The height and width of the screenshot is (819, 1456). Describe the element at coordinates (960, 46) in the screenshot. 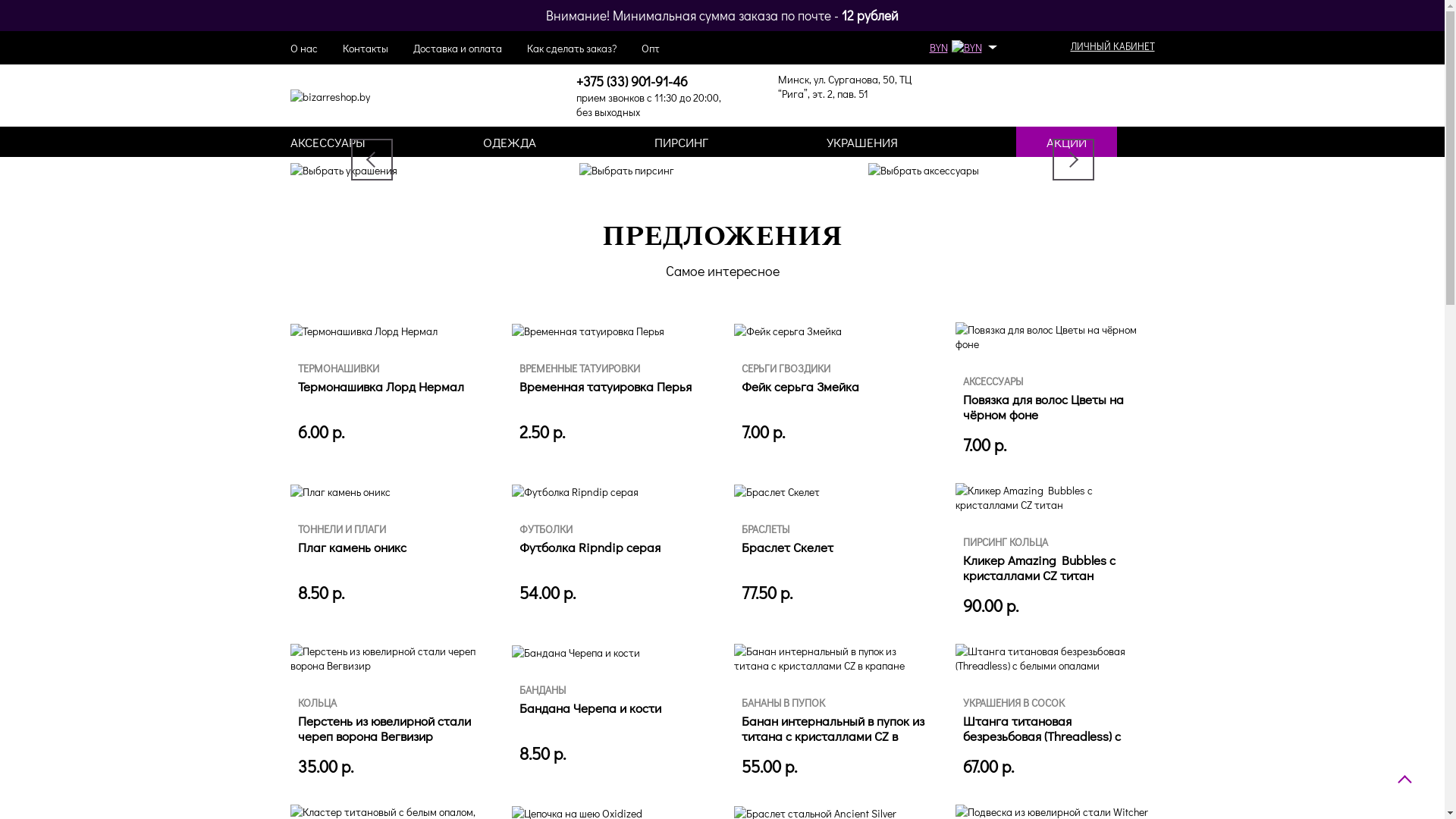

I see `'BYN'` at that location.